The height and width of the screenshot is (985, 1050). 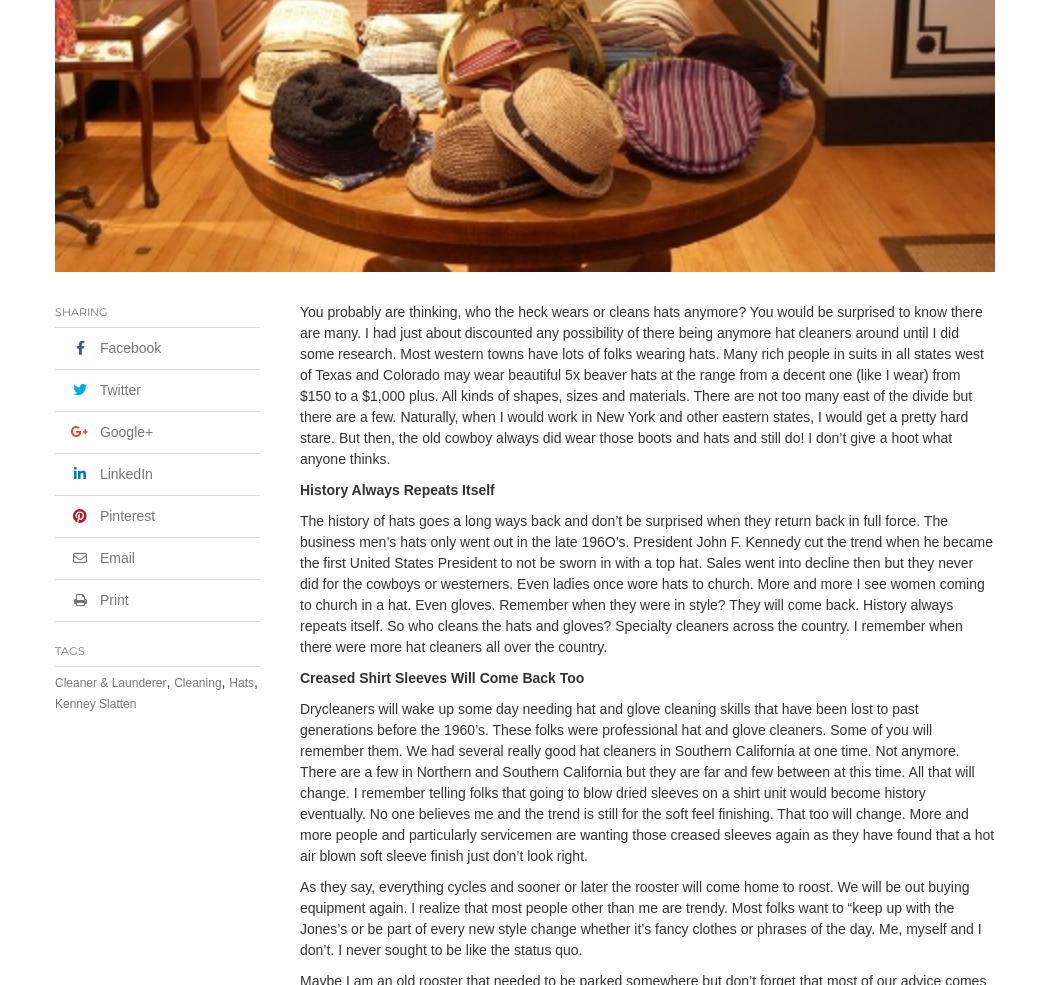 I want to click on 'History Always Repeats Itself', so click(x=397, y=489).